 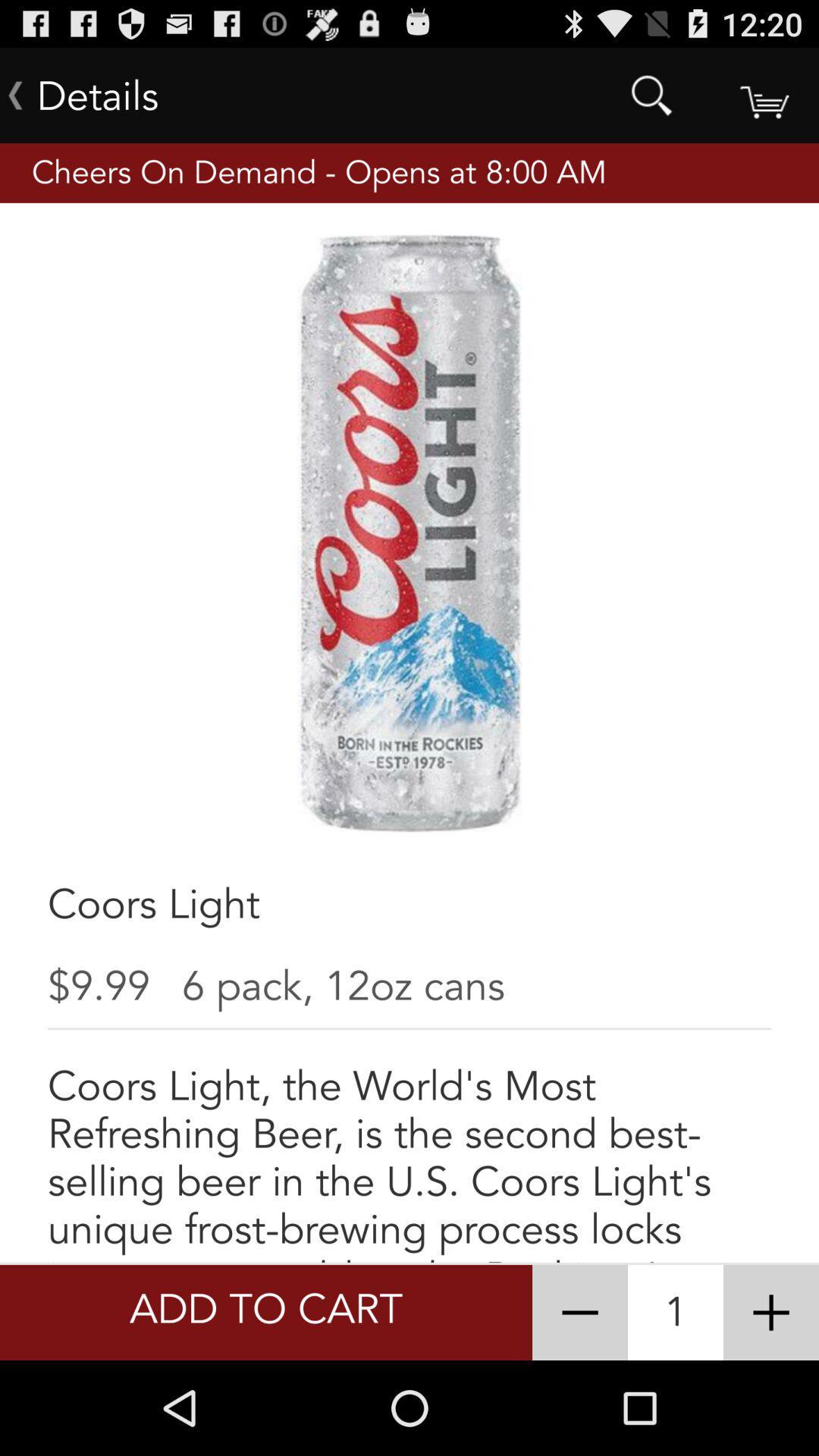 I want to click on reducing the number of item icon, so click(x=579, y=1312).